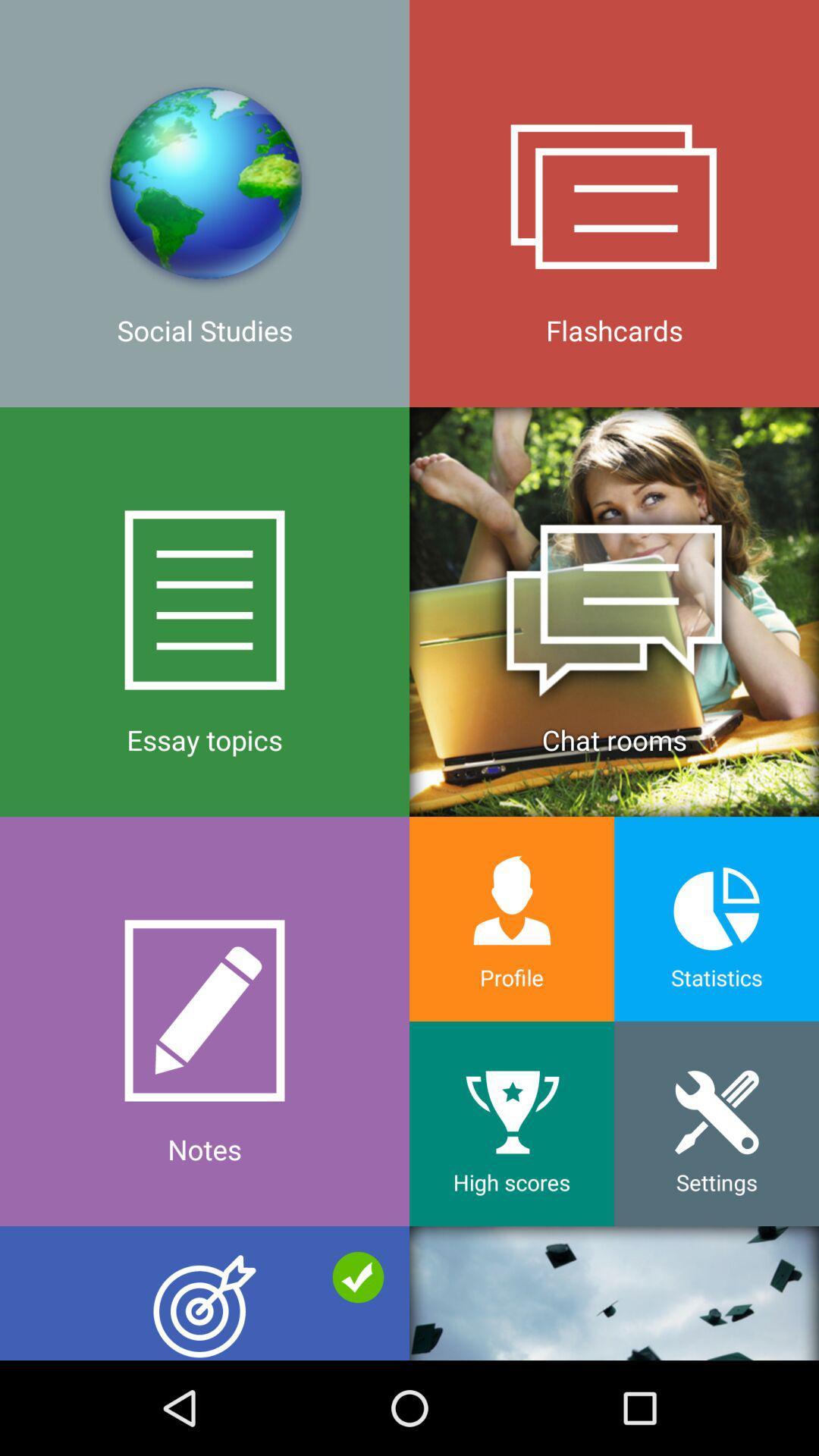 The image size is (819, 1456). What do you see at coordinates (512, 918) in the screenshot?
I see `the icon next to the essay topics icon` at bounding box center [512, 918].